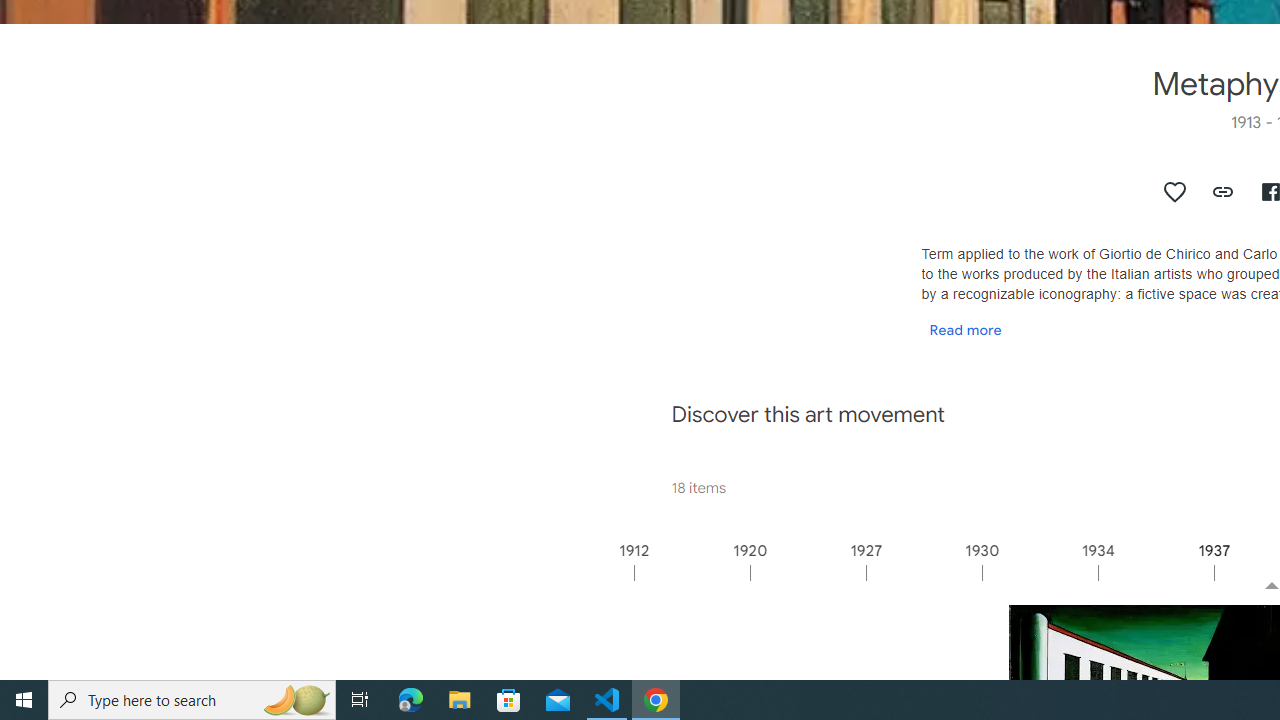  I want to click on 'Authenticate to favorite this asset.', so click(1175, 191).